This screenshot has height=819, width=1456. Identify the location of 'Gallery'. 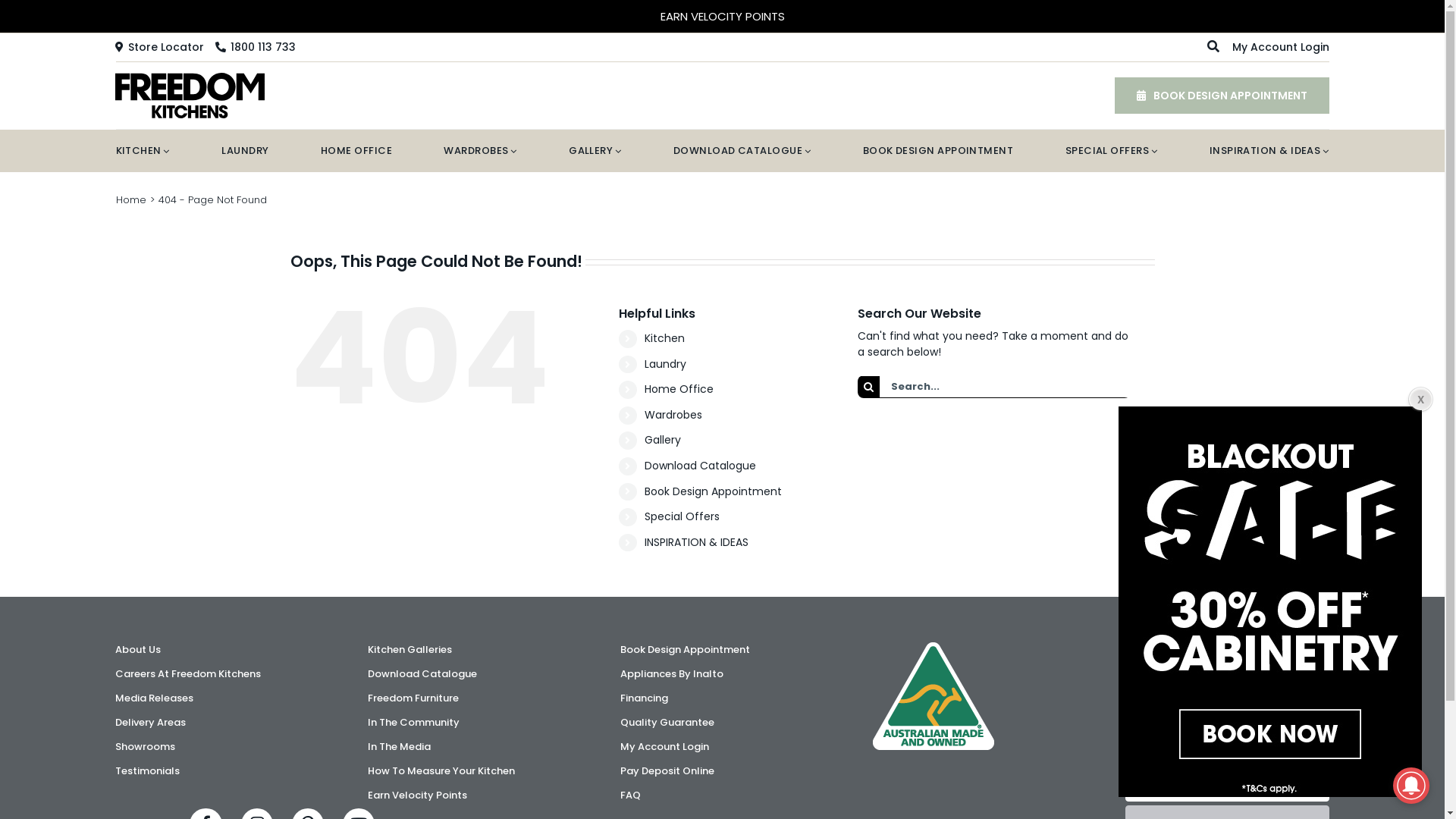
(662, 439).